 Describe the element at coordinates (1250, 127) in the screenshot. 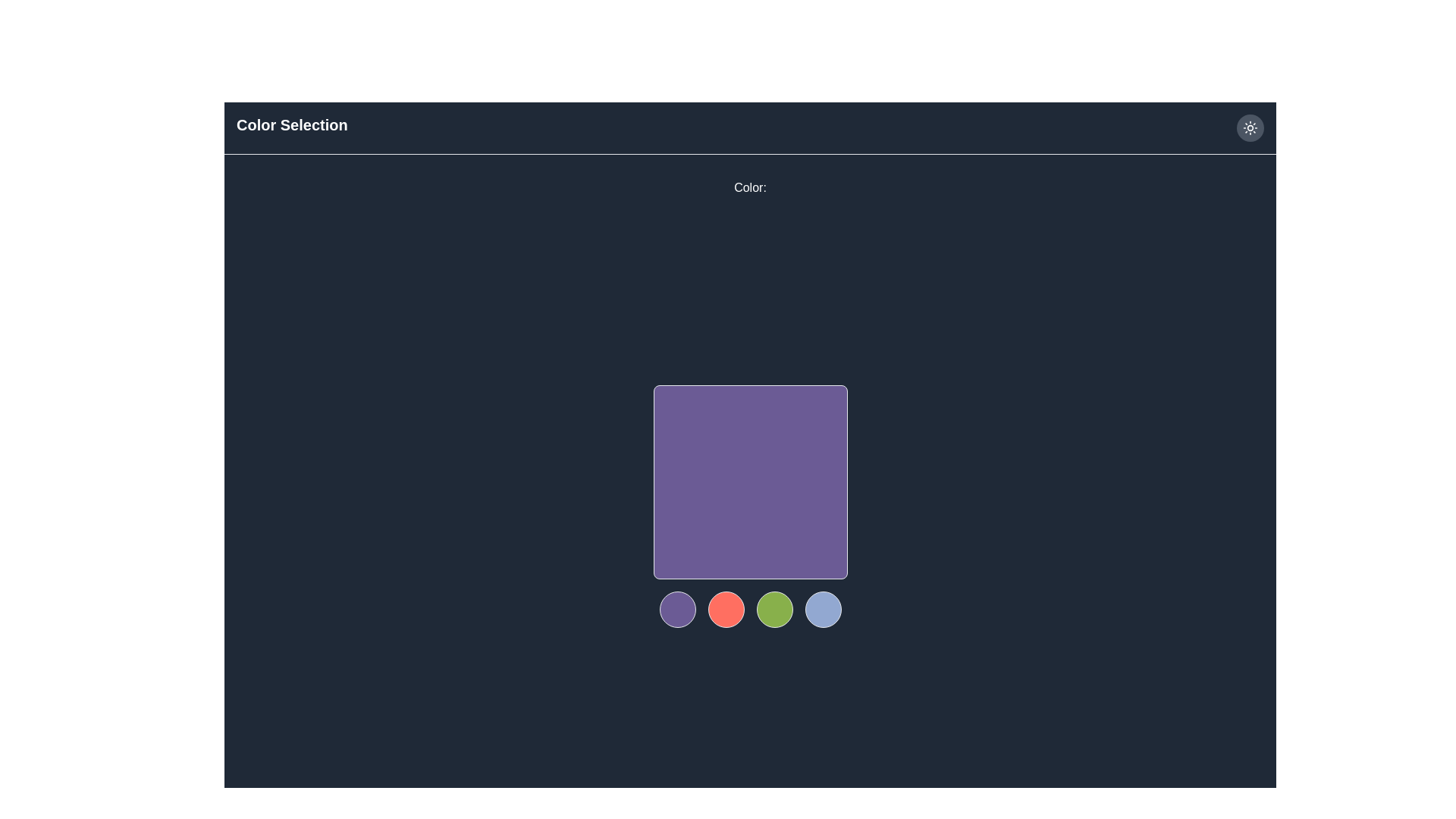

I see `the interactive button located at the far right of the top bar, near the 'Color Selection' text` at that location.